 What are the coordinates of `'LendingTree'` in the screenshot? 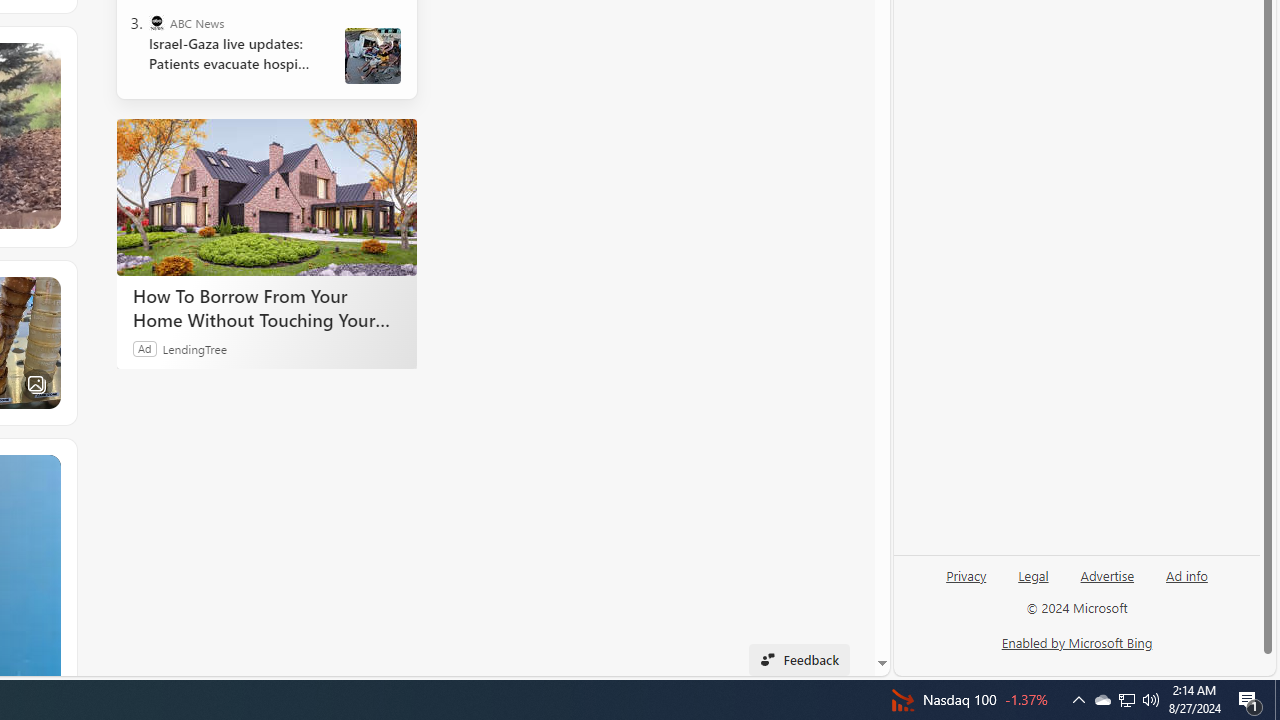 It's located at (195, 347).